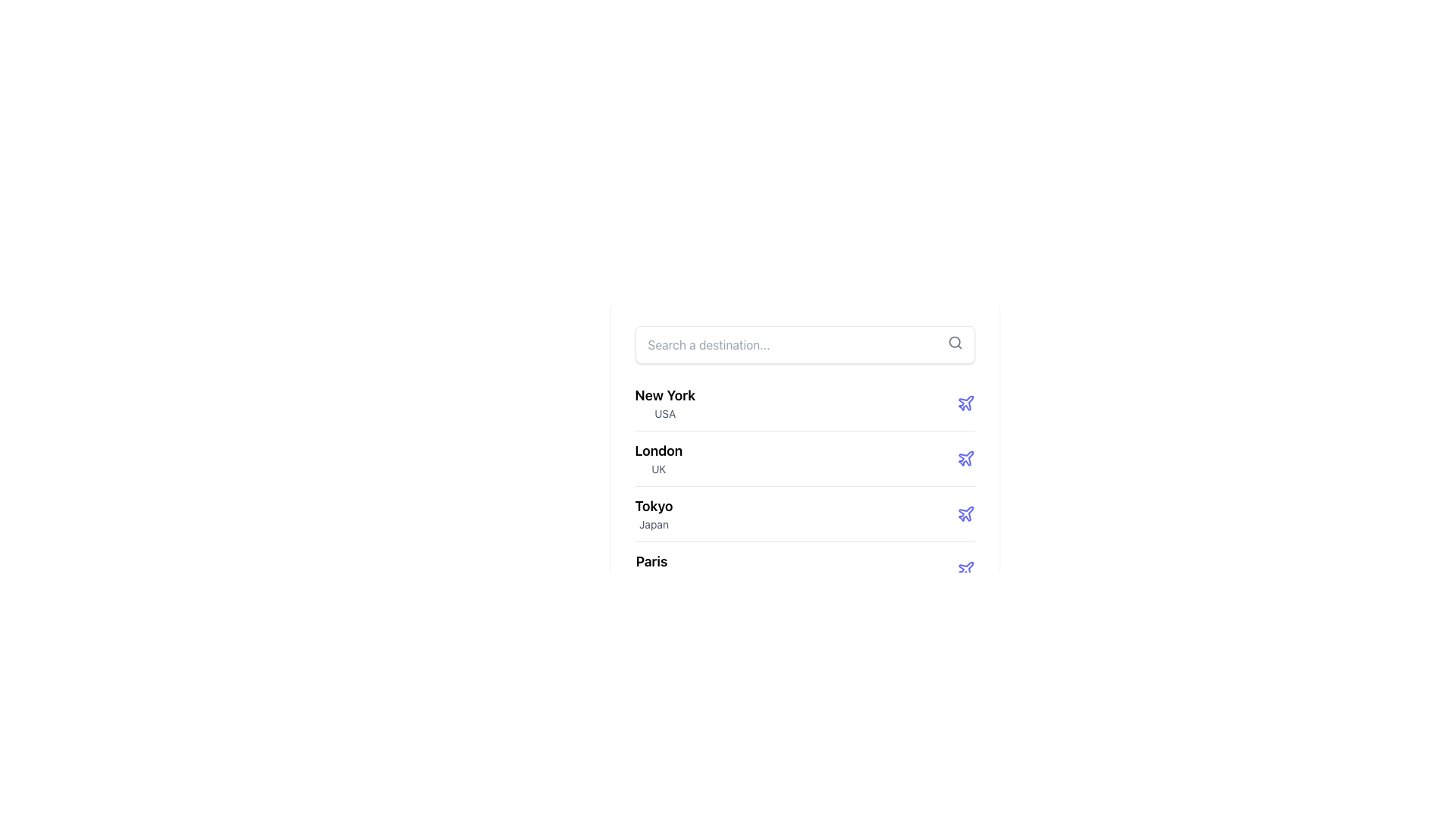  Describe the element at coordinates (965, 457) in the screenshot. I see `the airplane icon located to the right of the second list item 'London, UK' for interaction` at that location.